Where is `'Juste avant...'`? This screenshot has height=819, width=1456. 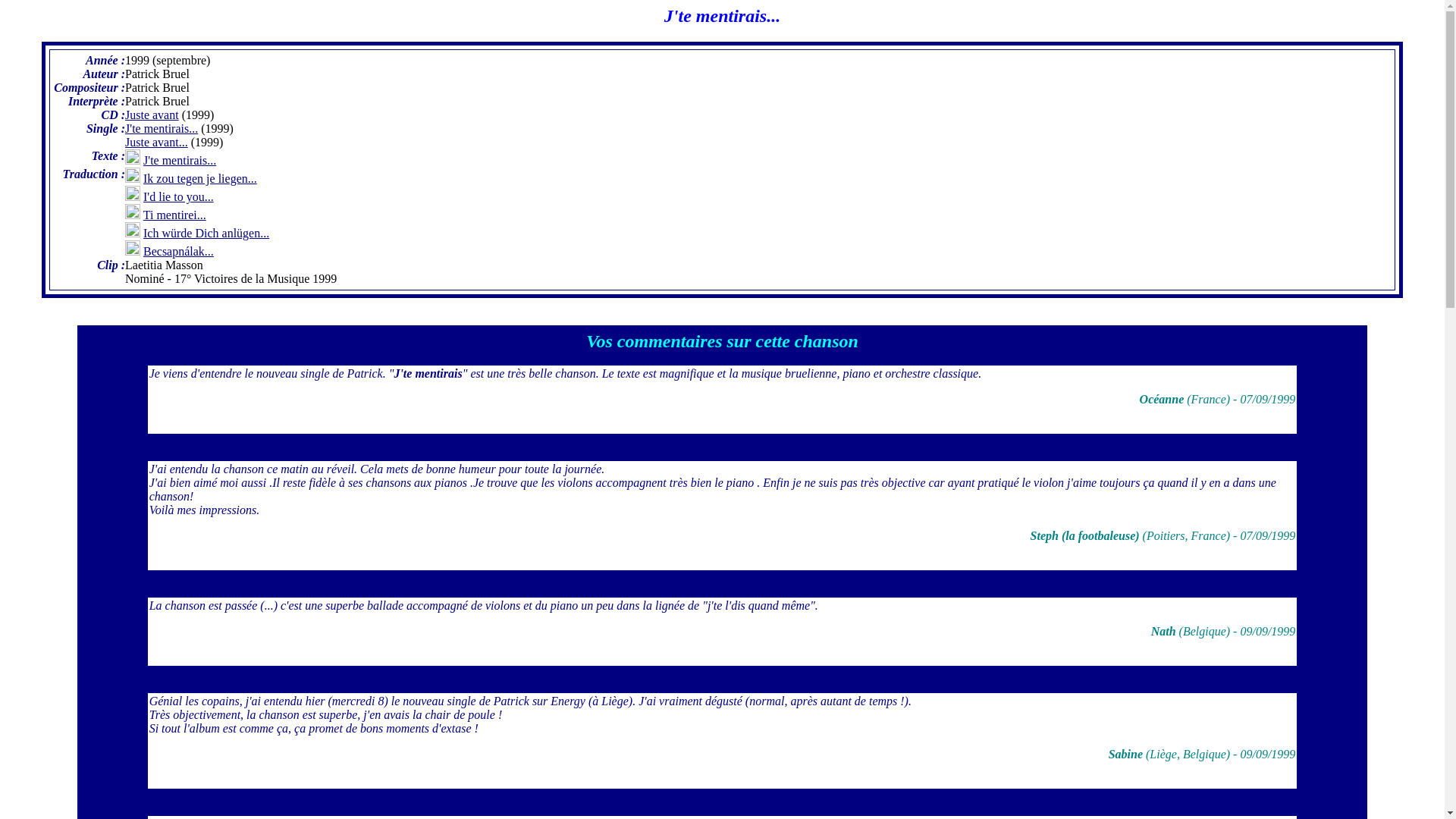 'Juste avant...' is located at coordinates (156, 142).